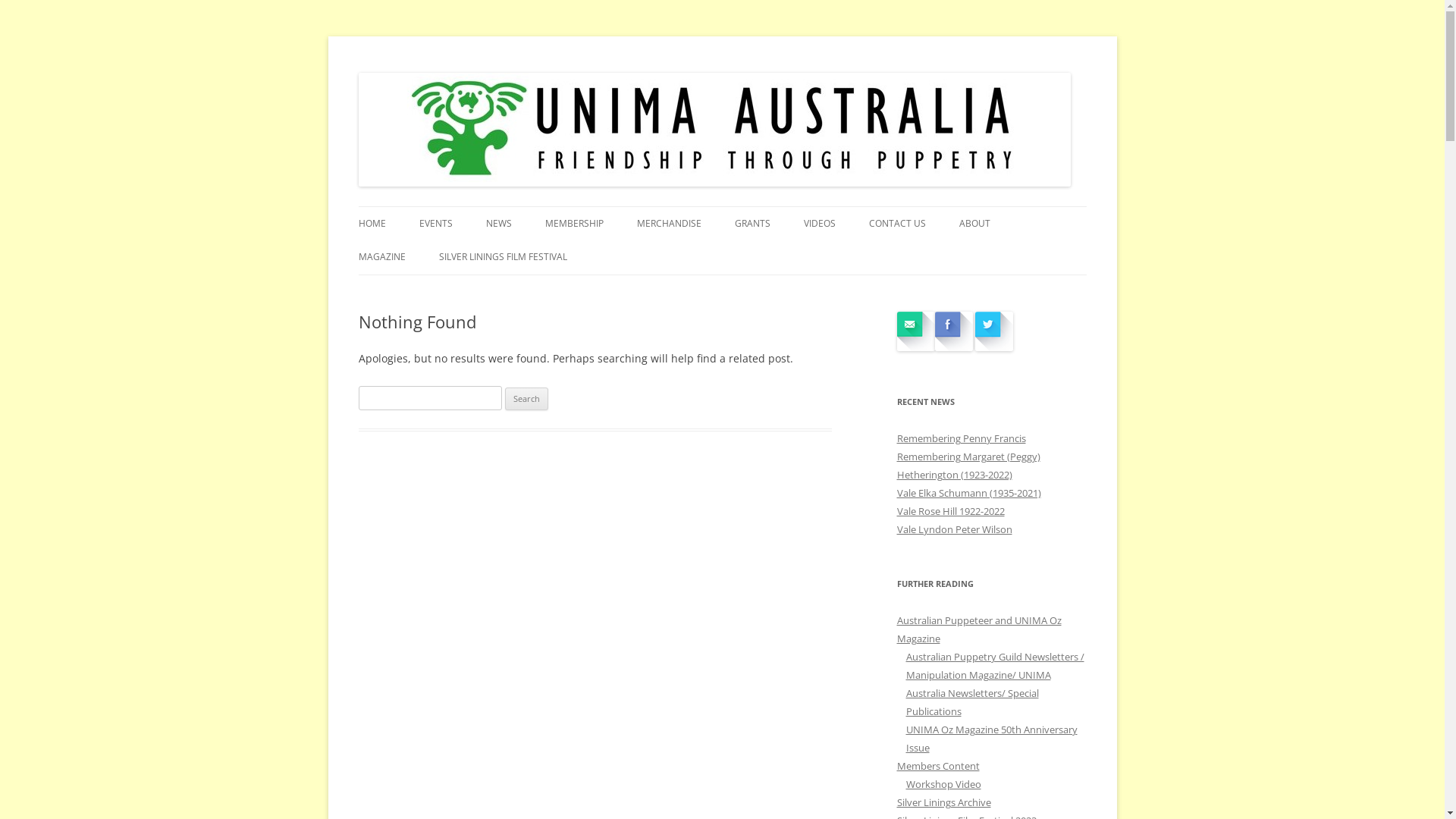  I want to click on 'Remembering Penny Francis', so click(960, 438).